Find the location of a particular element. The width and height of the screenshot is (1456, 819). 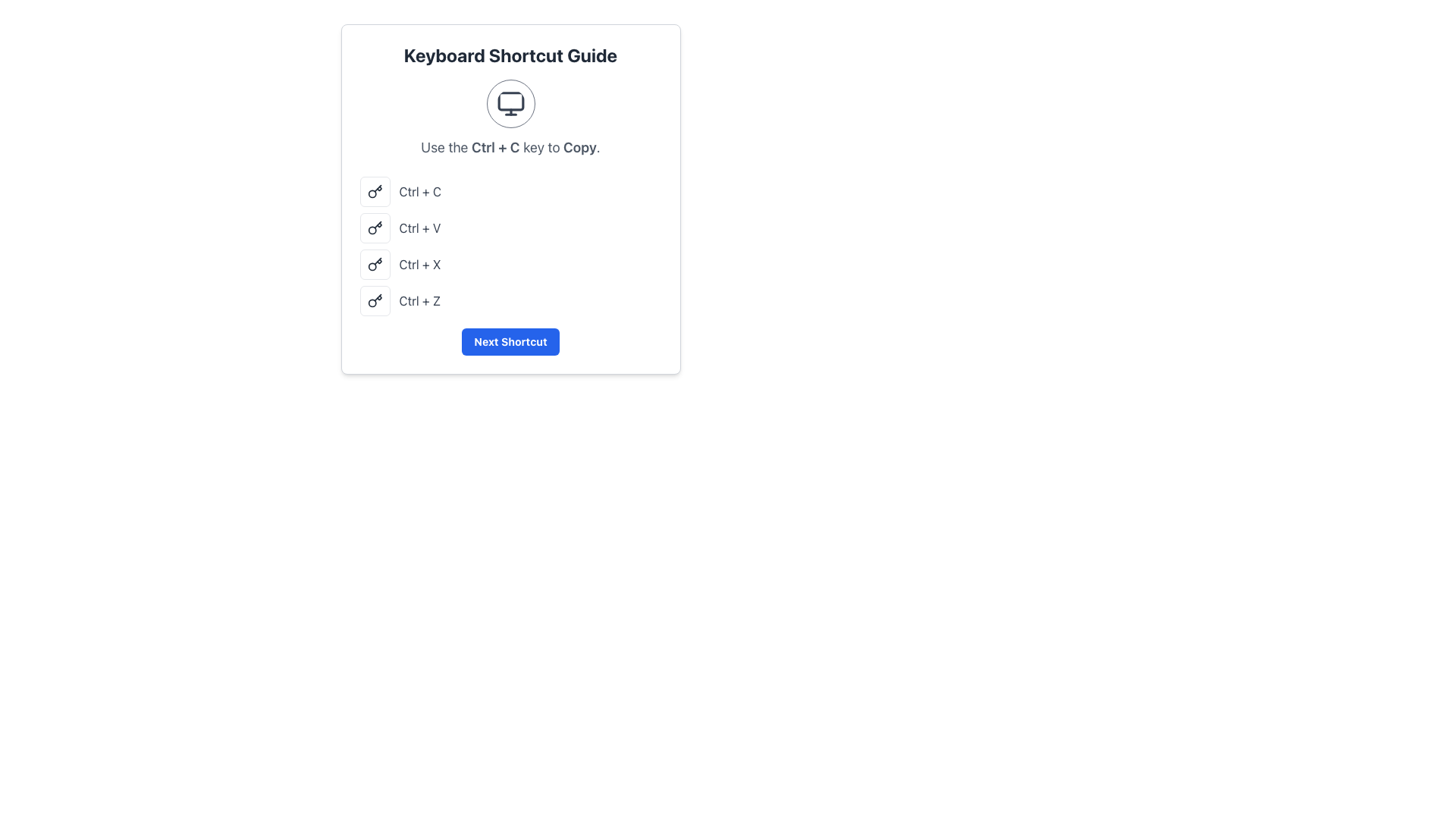

the text label displaying 'Ctrl + Z' which is part of the keyboard shortcuts list is located at coordinates (419, 301).